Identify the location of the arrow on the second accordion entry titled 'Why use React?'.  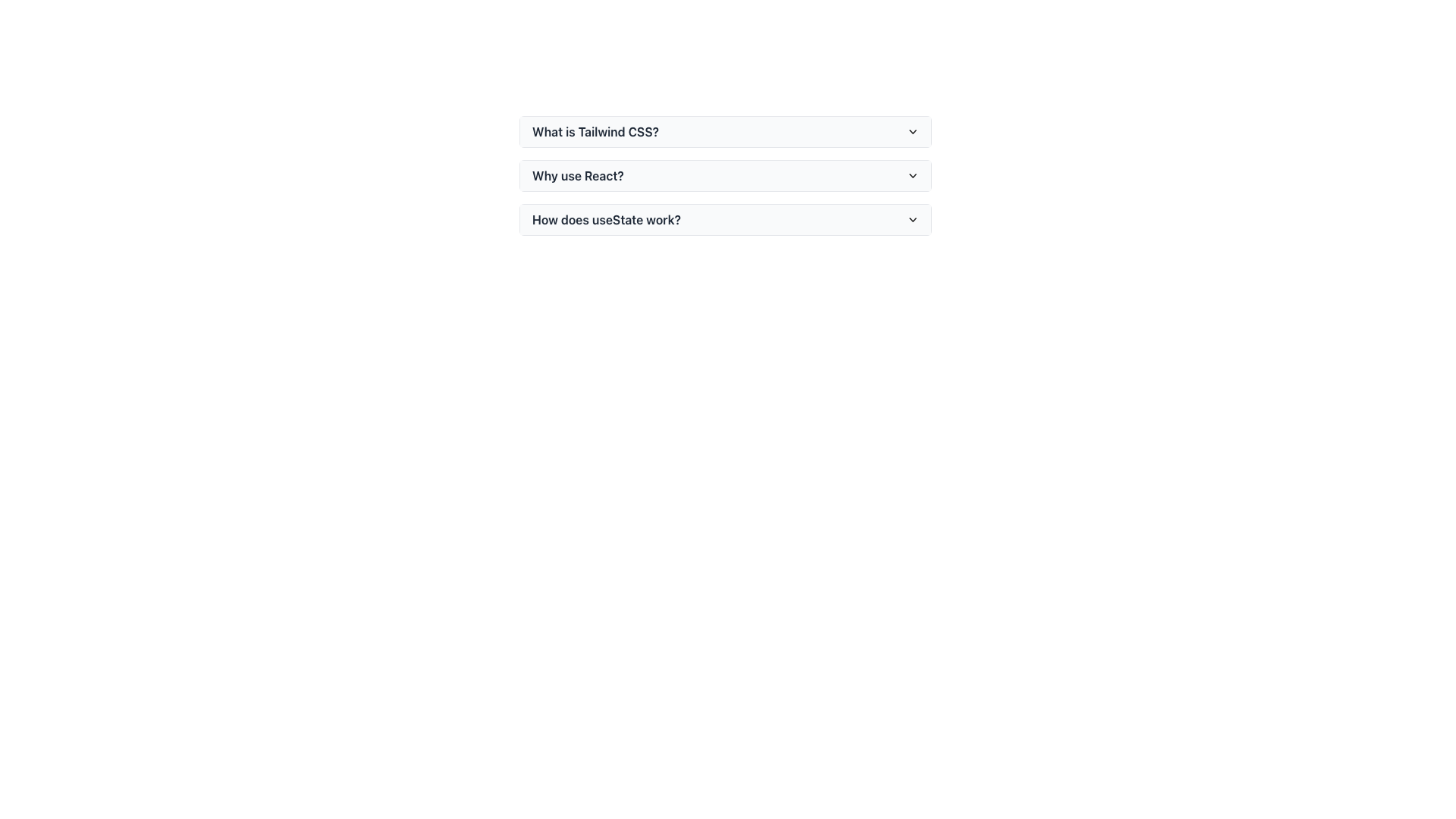
(724, 180).